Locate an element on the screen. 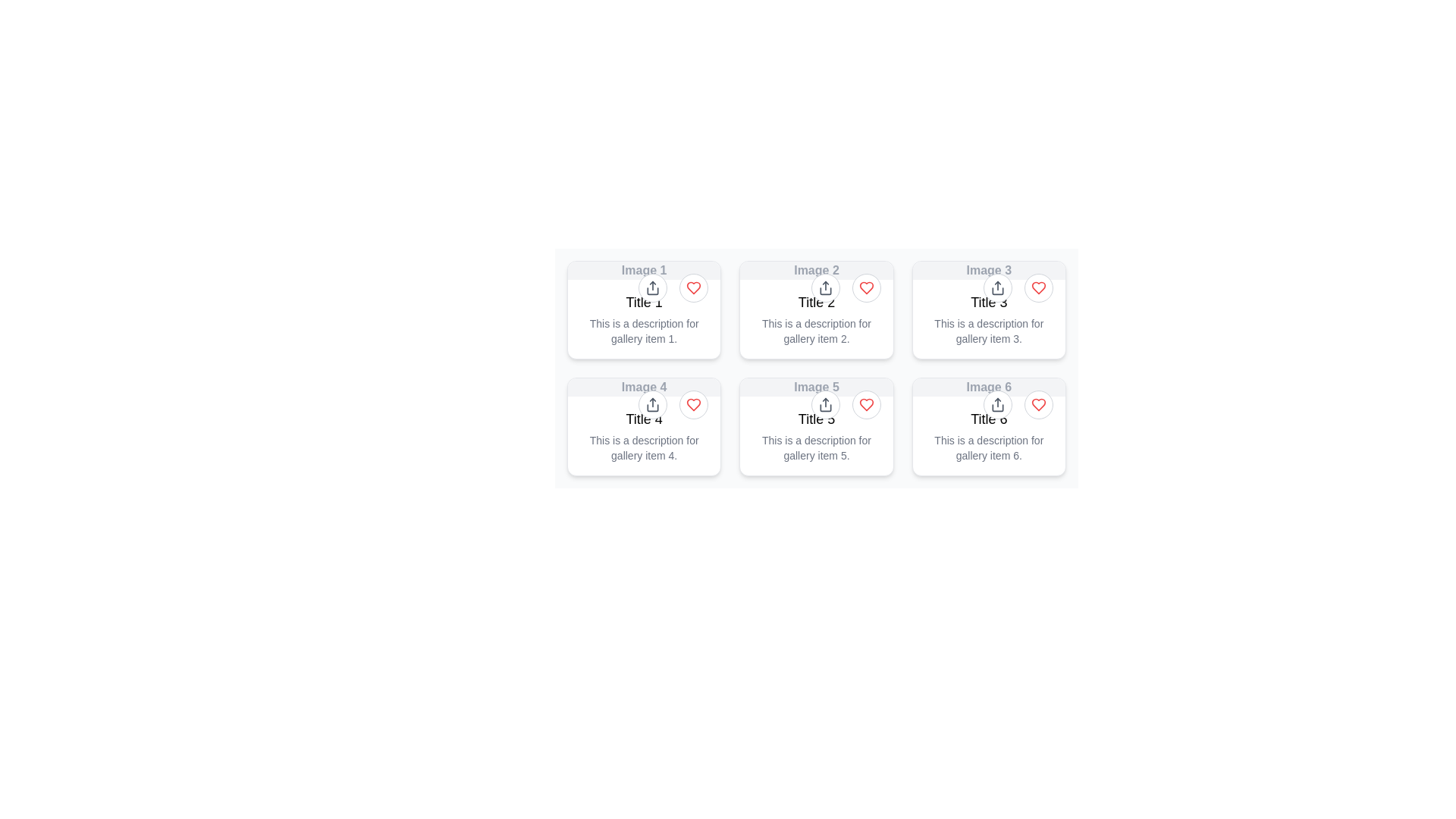 This screenshot has height=819, width=1456. the 'share' button located at the top-center of the second card in a grid layout, positioned to the left of a heart-shaped icon is located at coordinates (824, 288).